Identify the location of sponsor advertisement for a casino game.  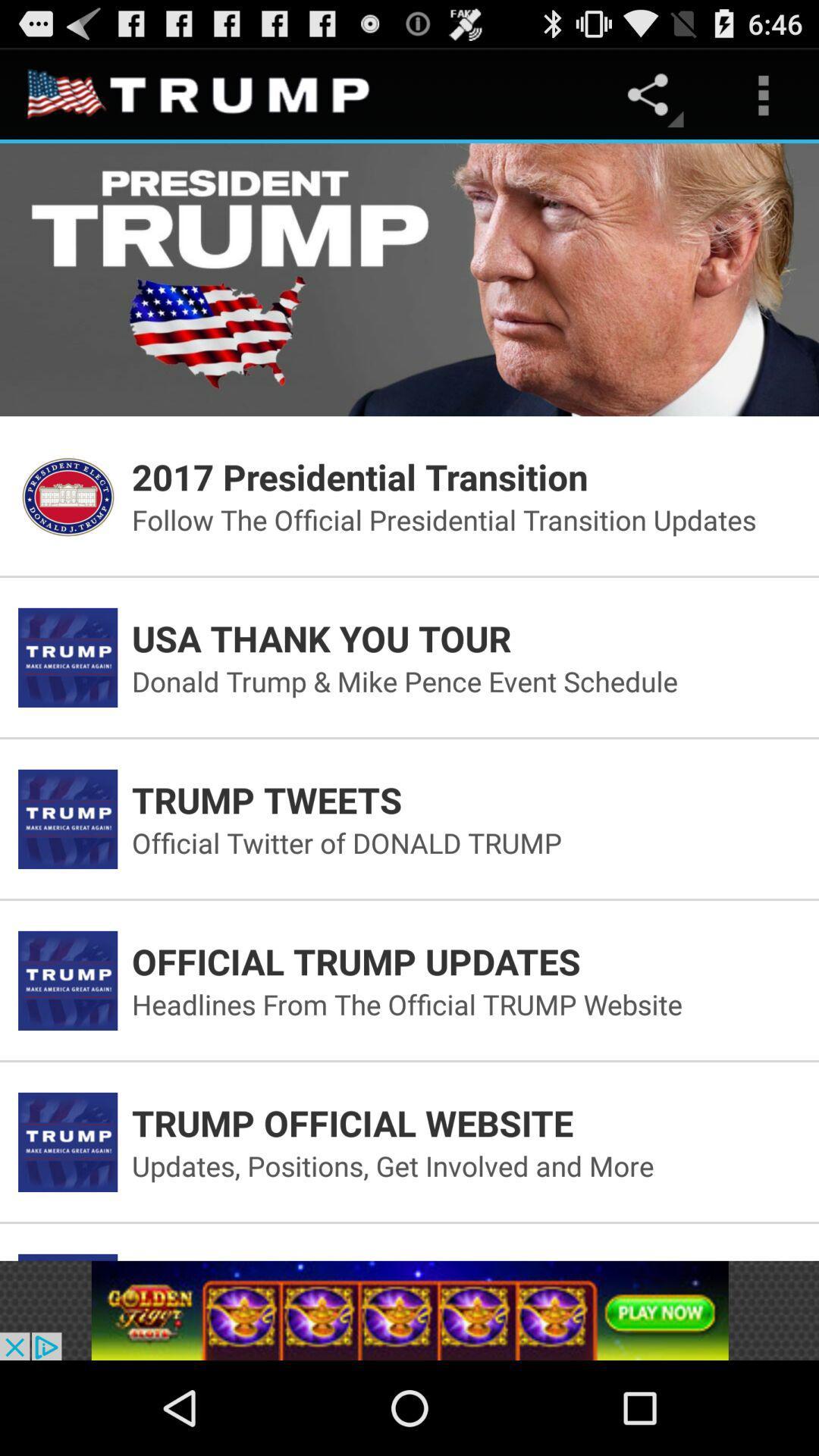
(409, 1310).